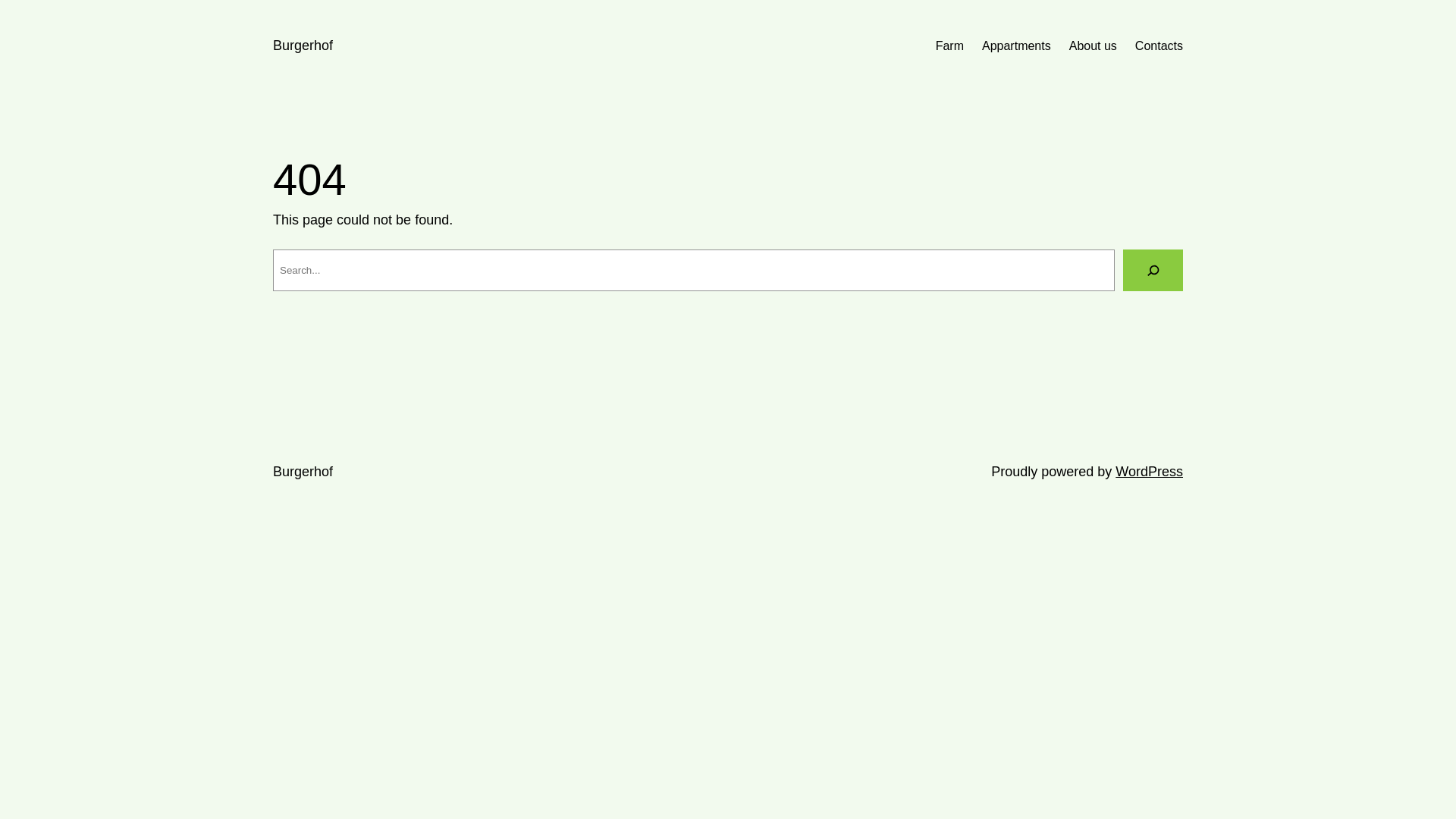 Image resolution: width=1456 pixels, height=819 pixels. What do you see at coordinates (303, 470) in the screenshot?
I see `'Burgerhof'` at bounding box center [303, 470].